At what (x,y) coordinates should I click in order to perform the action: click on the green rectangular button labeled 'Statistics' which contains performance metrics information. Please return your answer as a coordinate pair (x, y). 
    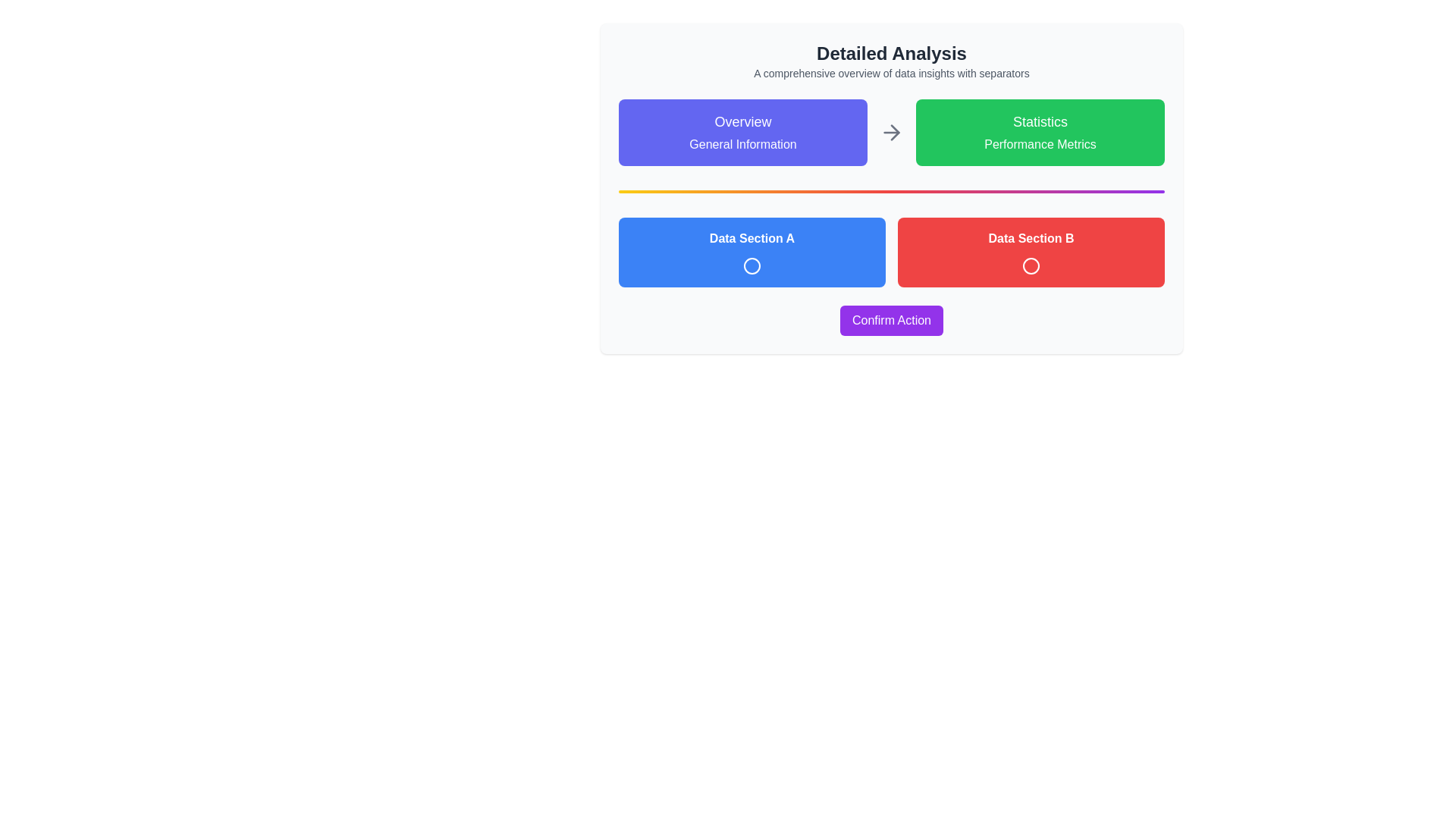
    Looking at the image, I should click on (1040, 131).